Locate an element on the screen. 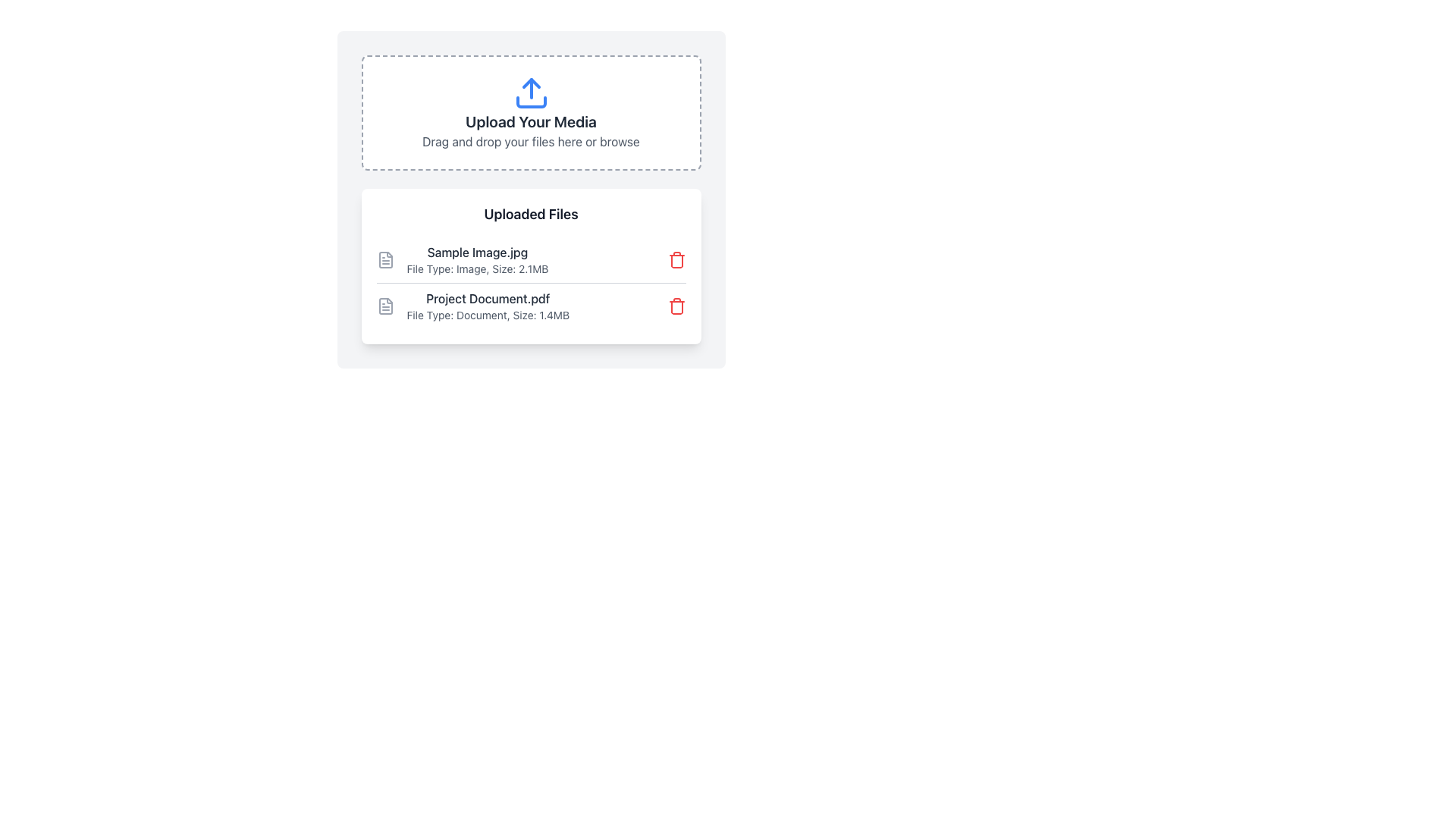 The height and width of the screenshot is (819, 1456). the rectangular file icon with a document-like appearance located next to the title 'Project Document.pdf' in the list of uploaded files is located at coordinates (385, 306).